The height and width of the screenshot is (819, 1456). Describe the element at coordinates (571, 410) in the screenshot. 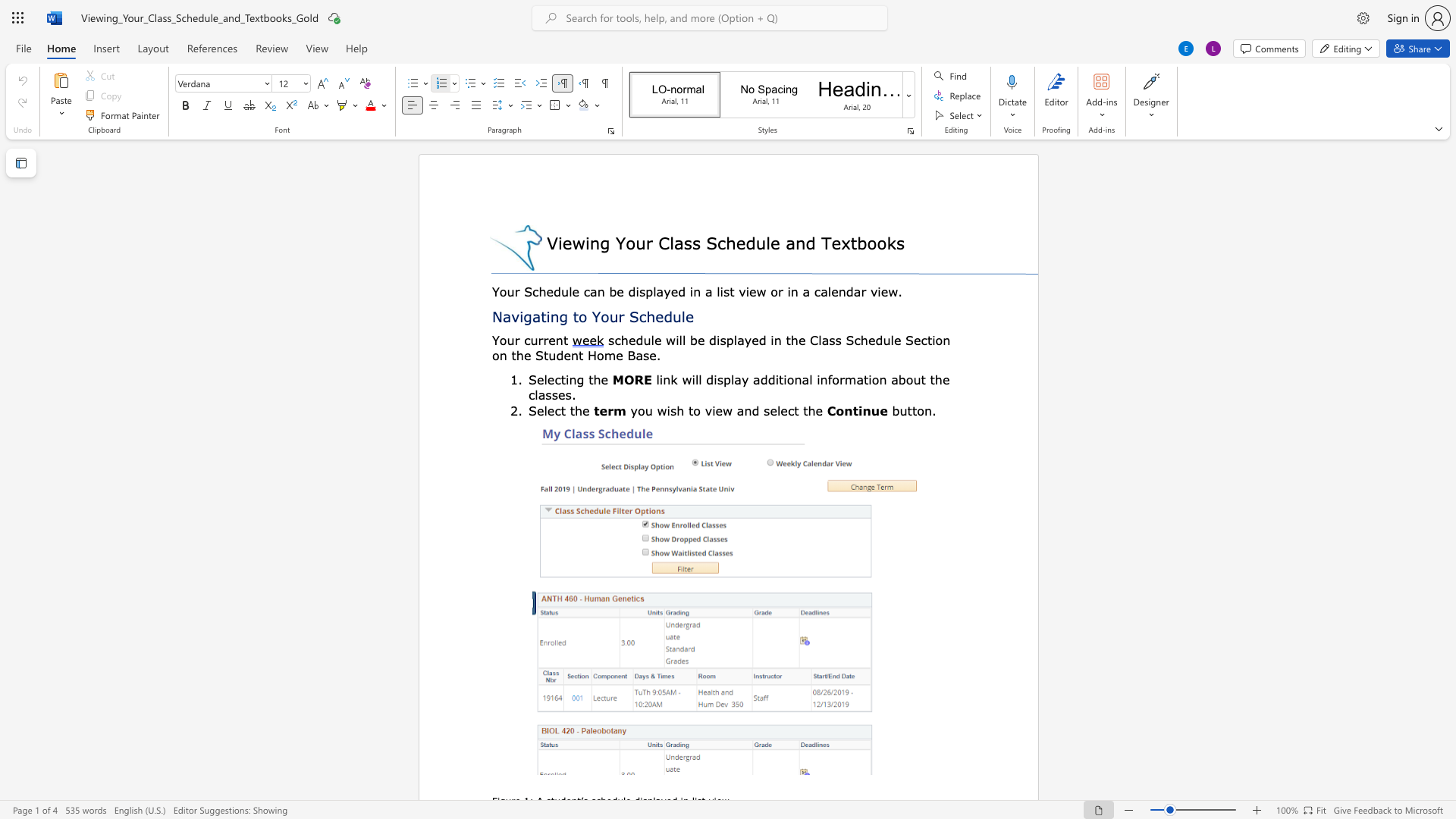

I see `the 2th character "t" in the text` at that location.